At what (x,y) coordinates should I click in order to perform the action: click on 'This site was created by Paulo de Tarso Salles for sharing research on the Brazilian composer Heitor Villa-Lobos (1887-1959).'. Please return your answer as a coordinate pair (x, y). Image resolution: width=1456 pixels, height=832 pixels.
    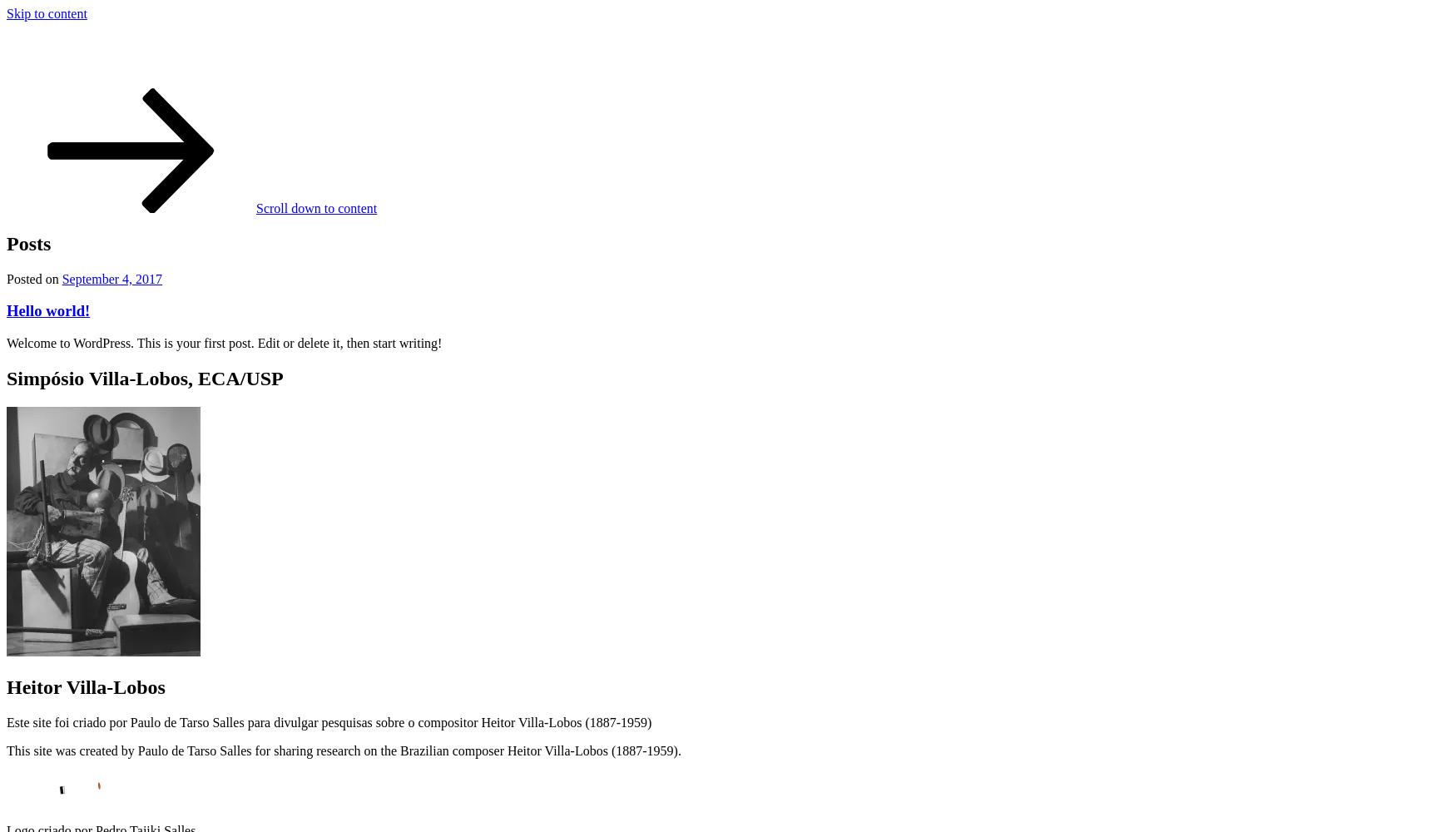
    Looking at the image, I should click on (343, 750).